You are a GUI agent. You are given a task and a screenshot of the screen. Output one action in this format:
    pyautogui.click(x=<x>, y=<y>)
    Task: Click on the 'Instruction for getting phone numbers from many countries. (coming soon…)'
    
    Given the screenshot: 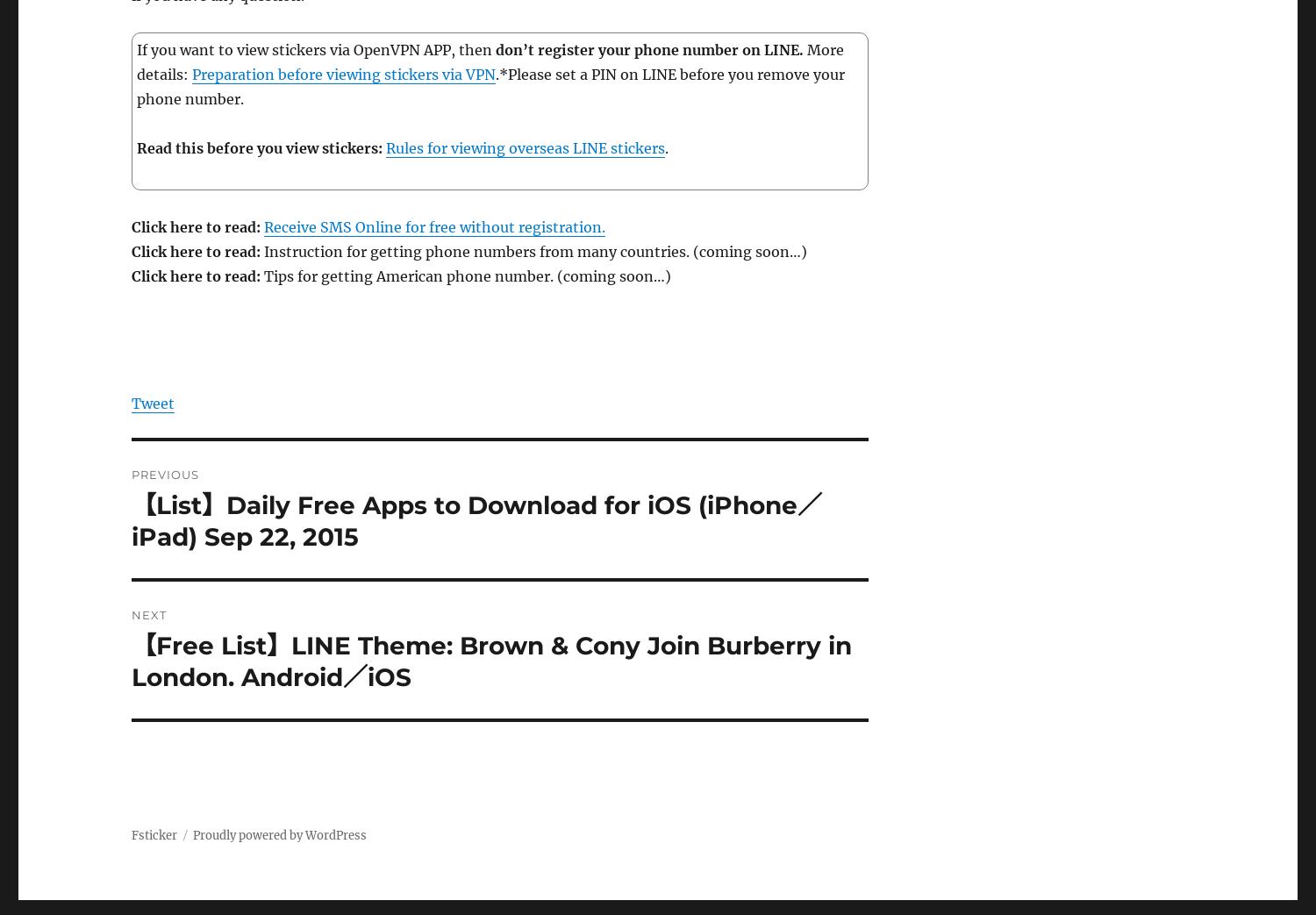 What is the action you would take?
    pyautogui.click(x=261, y=252)
    